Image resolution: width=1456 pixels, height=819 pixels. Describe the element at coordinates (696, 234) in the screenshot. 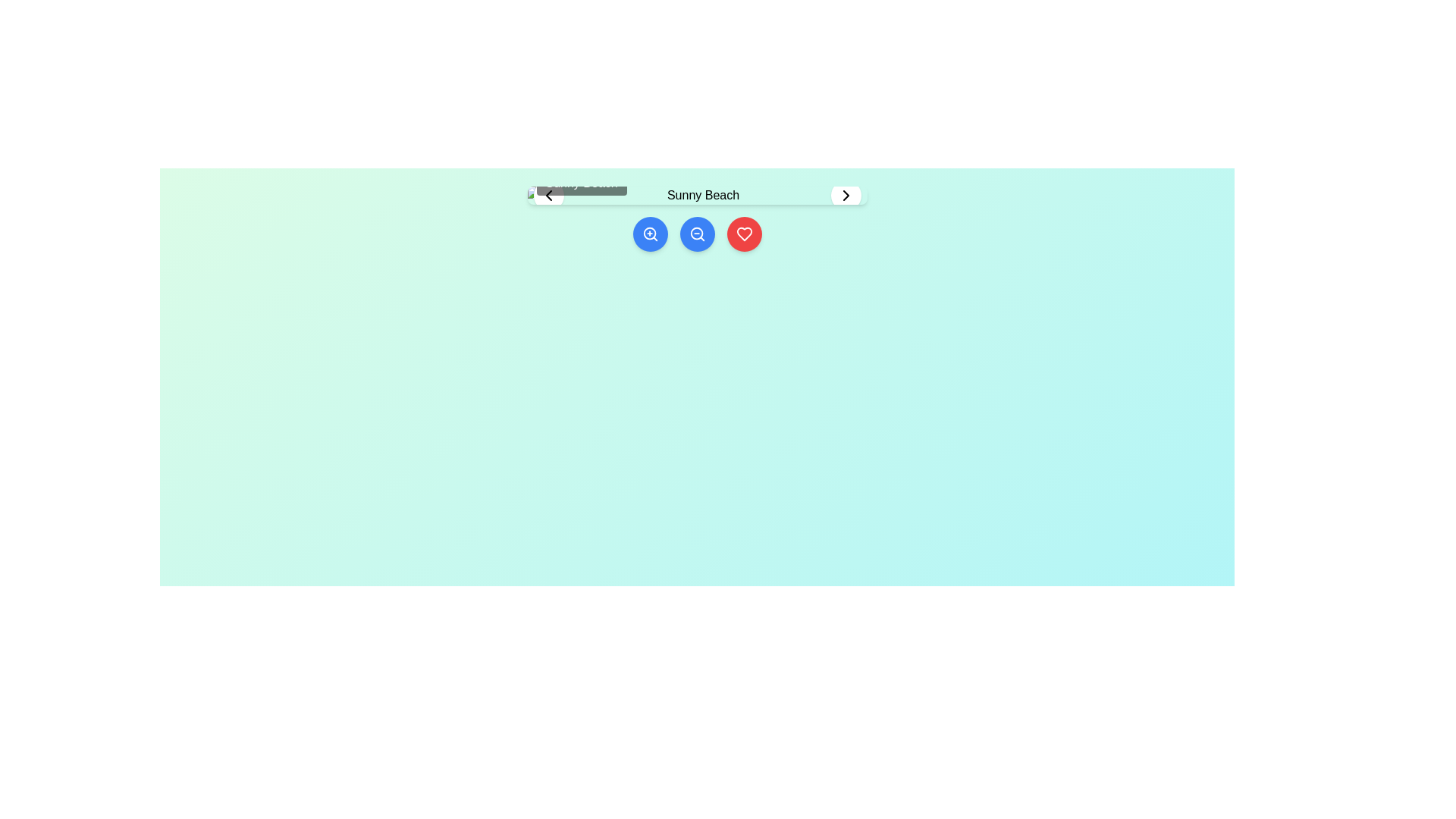

I see `the blue circular button with a magnifying glass icon located beneath the title 'Sunny Beach'` at that location.